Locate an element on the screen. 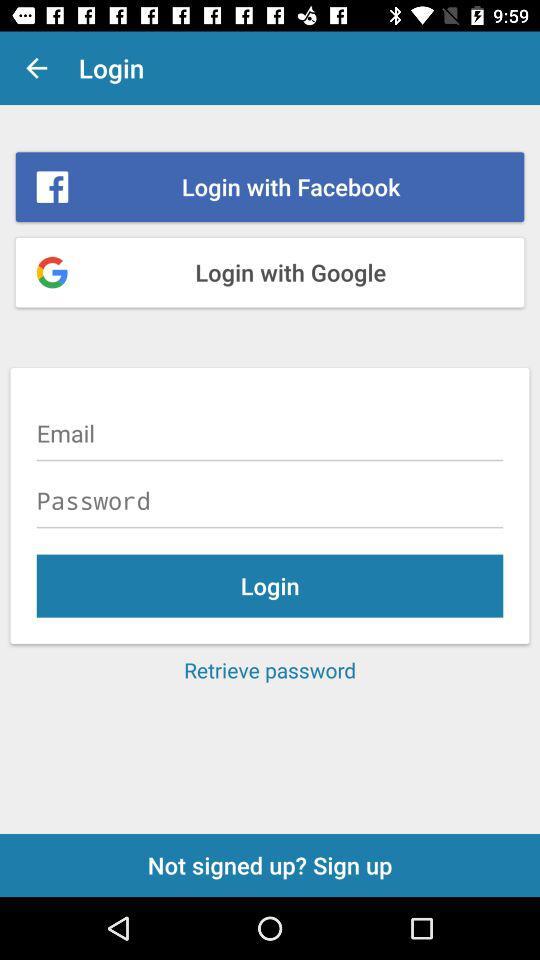  your password is located at coordinates (270, 499).